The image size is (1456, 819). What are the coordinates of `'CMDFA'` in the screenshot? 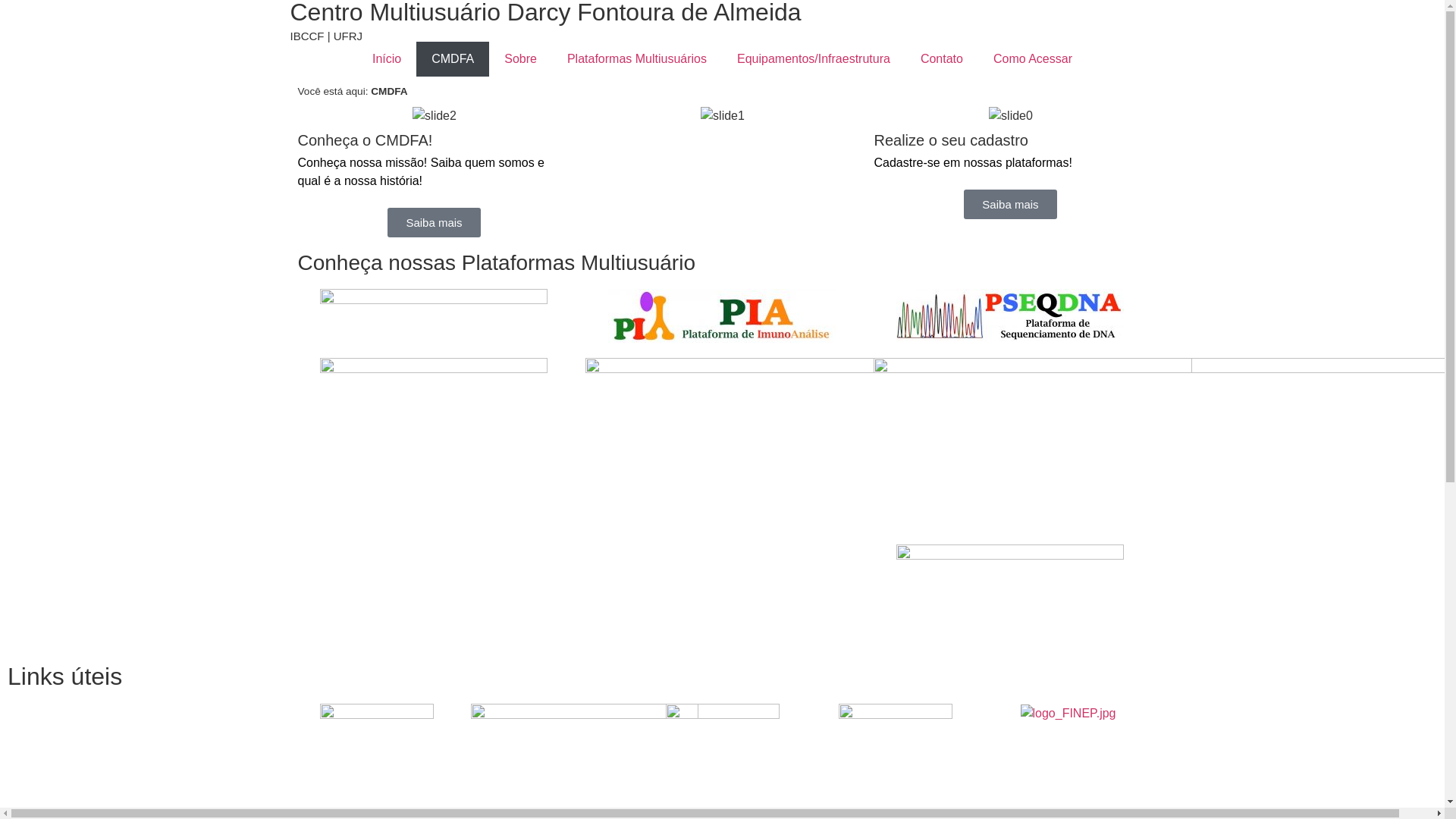 It's located at (416, 58).